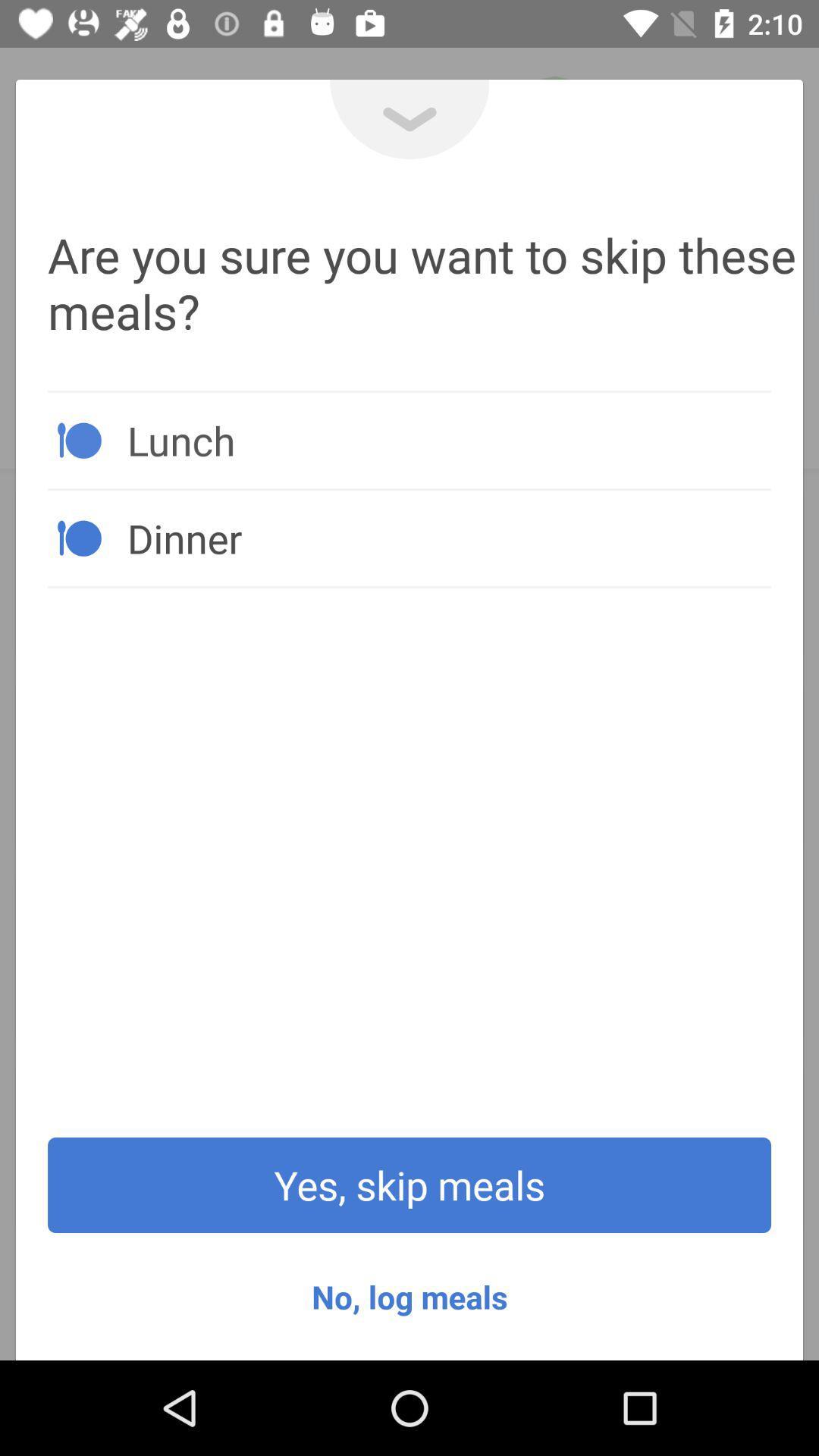 The width and height of the screenshot is (819, 1456). Describe the element at coordinates (409, 118) in the screenshot. I see `the item above the are you sure item` at that location.